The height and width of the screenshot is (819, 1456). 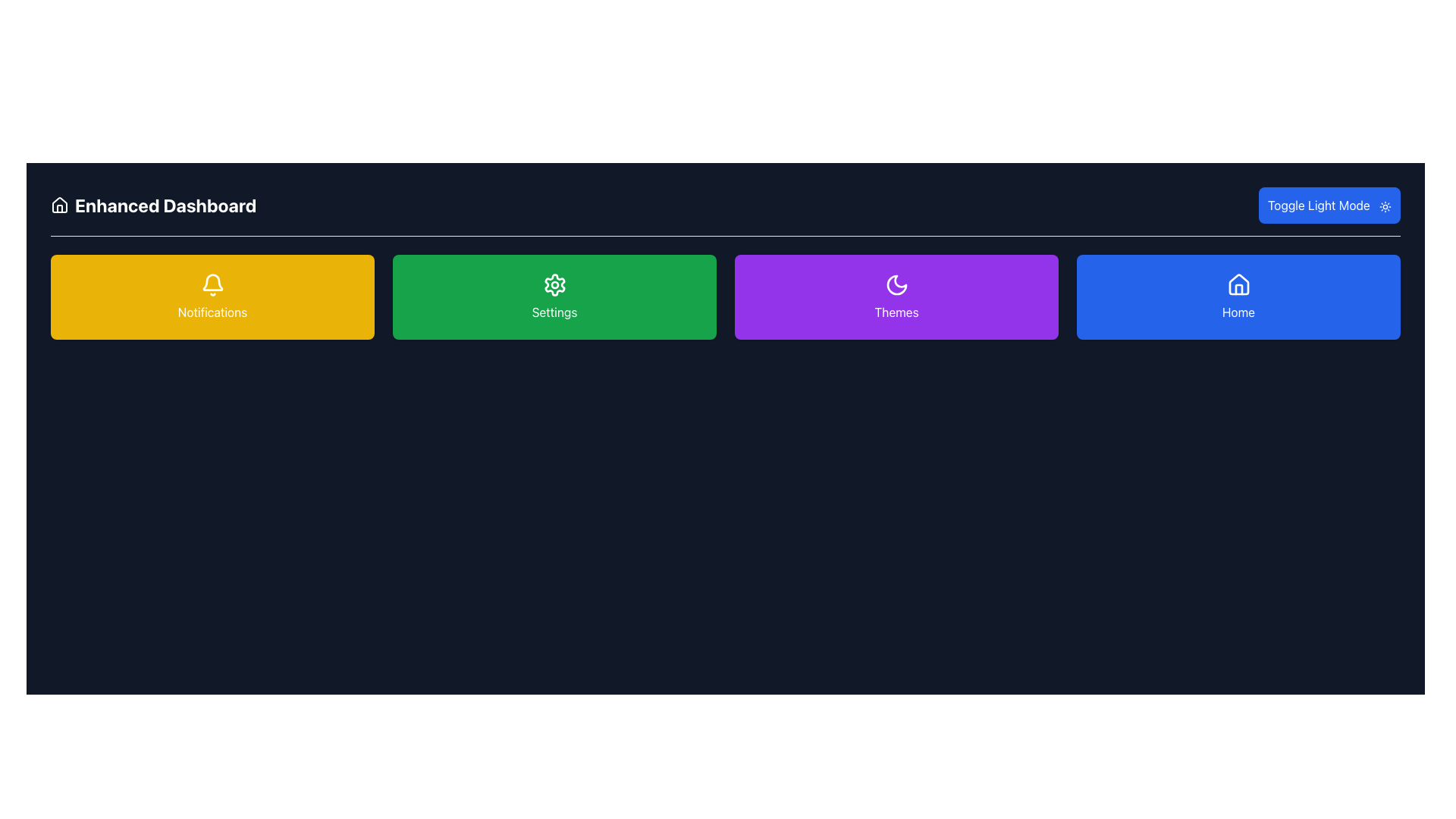 I want to click on the text label displaying 'Notifications' which is located within the yellow rectangular card below the bell icon, so click(x=212, y=312).